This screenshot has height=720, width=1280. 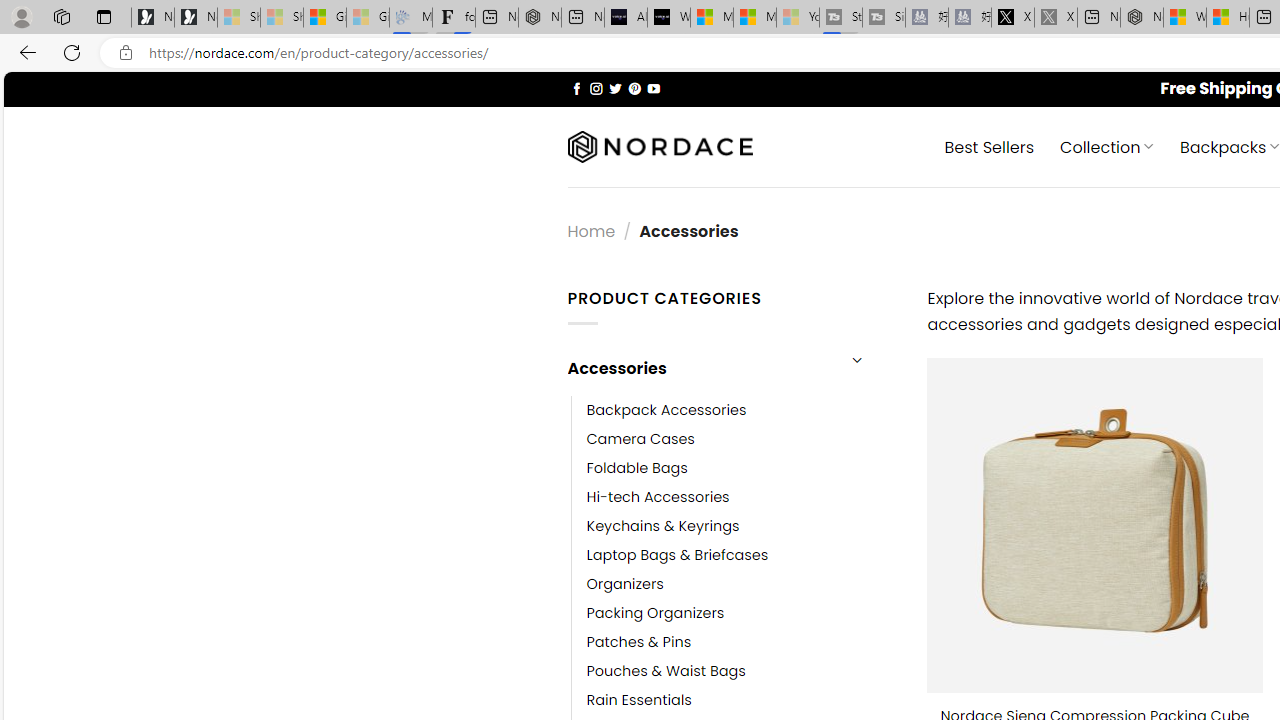 What do you see at coordinates (640, 438) in the screenshot?
I see `'Camera Cases'` at bounding box center [640, 438].